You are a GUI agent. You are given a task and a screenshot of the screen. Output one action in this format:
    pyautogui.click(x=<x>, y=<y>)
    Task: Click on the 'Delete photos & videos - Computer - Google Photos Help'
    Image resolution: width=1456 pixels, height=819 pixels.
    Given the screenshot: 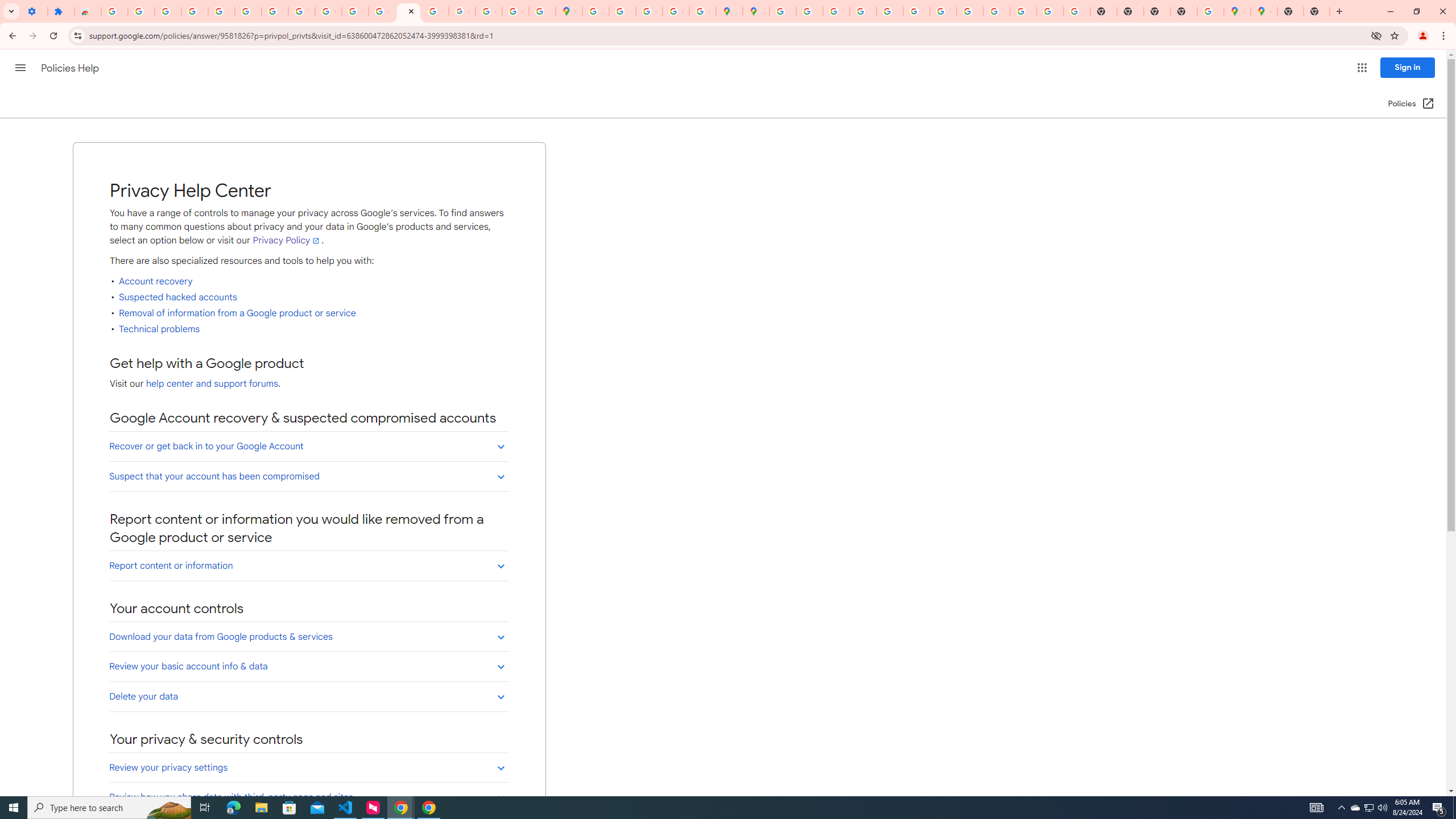 What is the action you would take?
    pyautogui.click(x=141, y=11)
    